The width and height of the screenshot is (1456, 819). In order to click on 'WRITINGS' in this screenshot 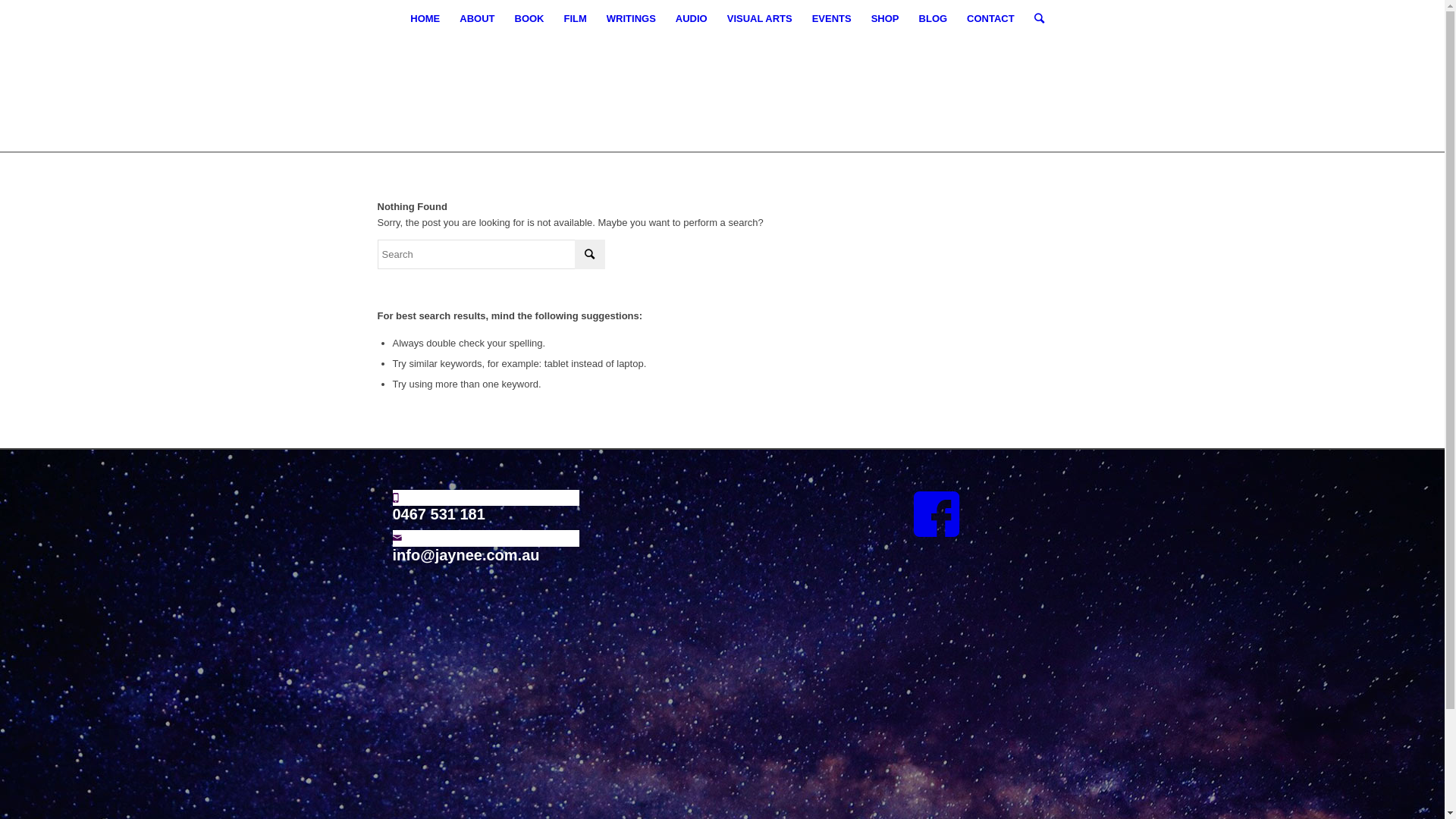, I will do `click(631, 18)`.